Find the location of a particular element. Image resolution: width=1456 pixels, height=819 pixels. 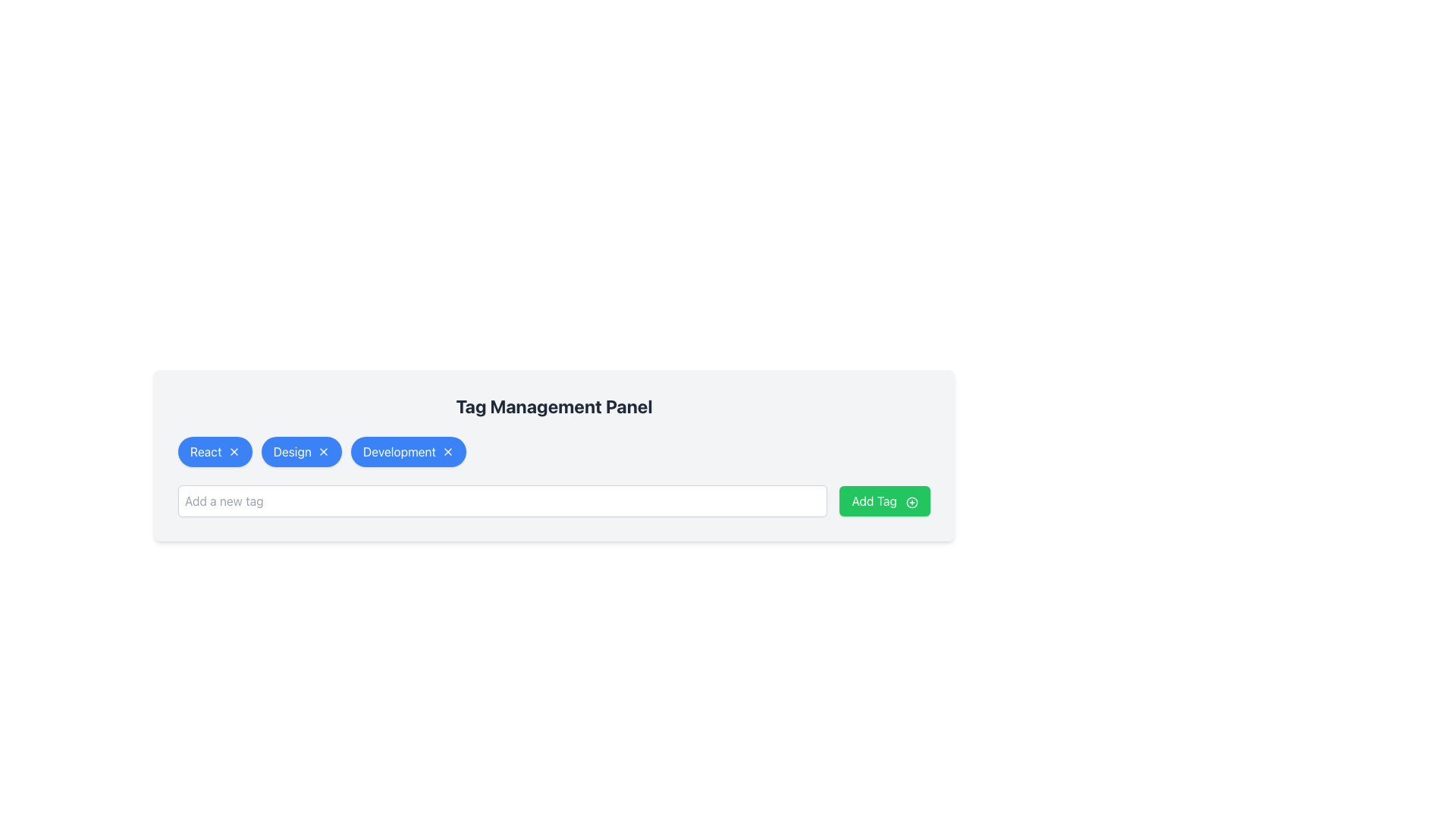

the close button located at the rightmost side of the 'Development' tag is located at coordinates (447, 451).